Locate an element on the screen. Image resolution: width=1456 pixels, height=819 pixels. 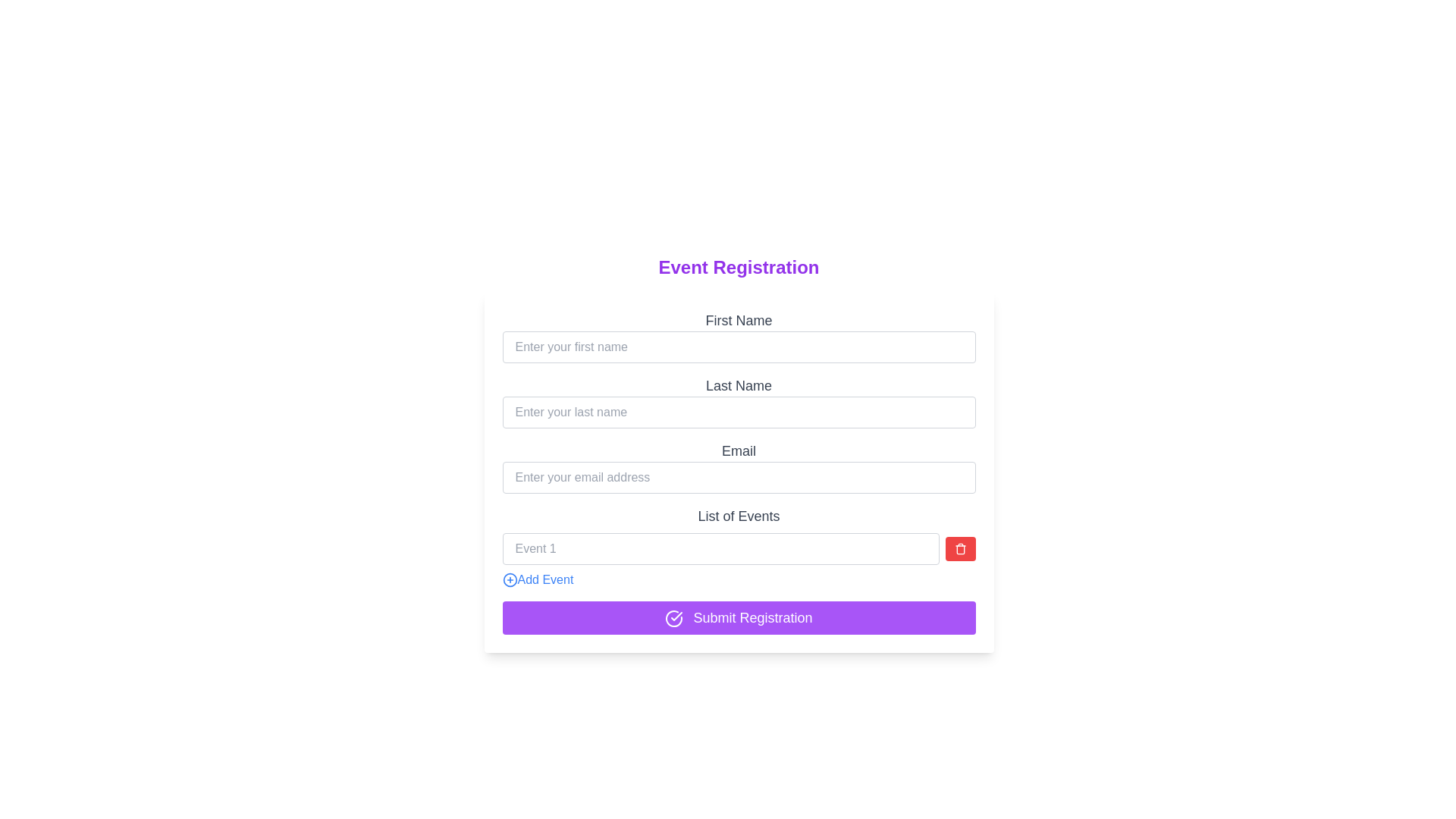
text from the 'List of Events' label, which is a bold gray text label located above the event input field in the registration form is located at coordinates (739, 516).